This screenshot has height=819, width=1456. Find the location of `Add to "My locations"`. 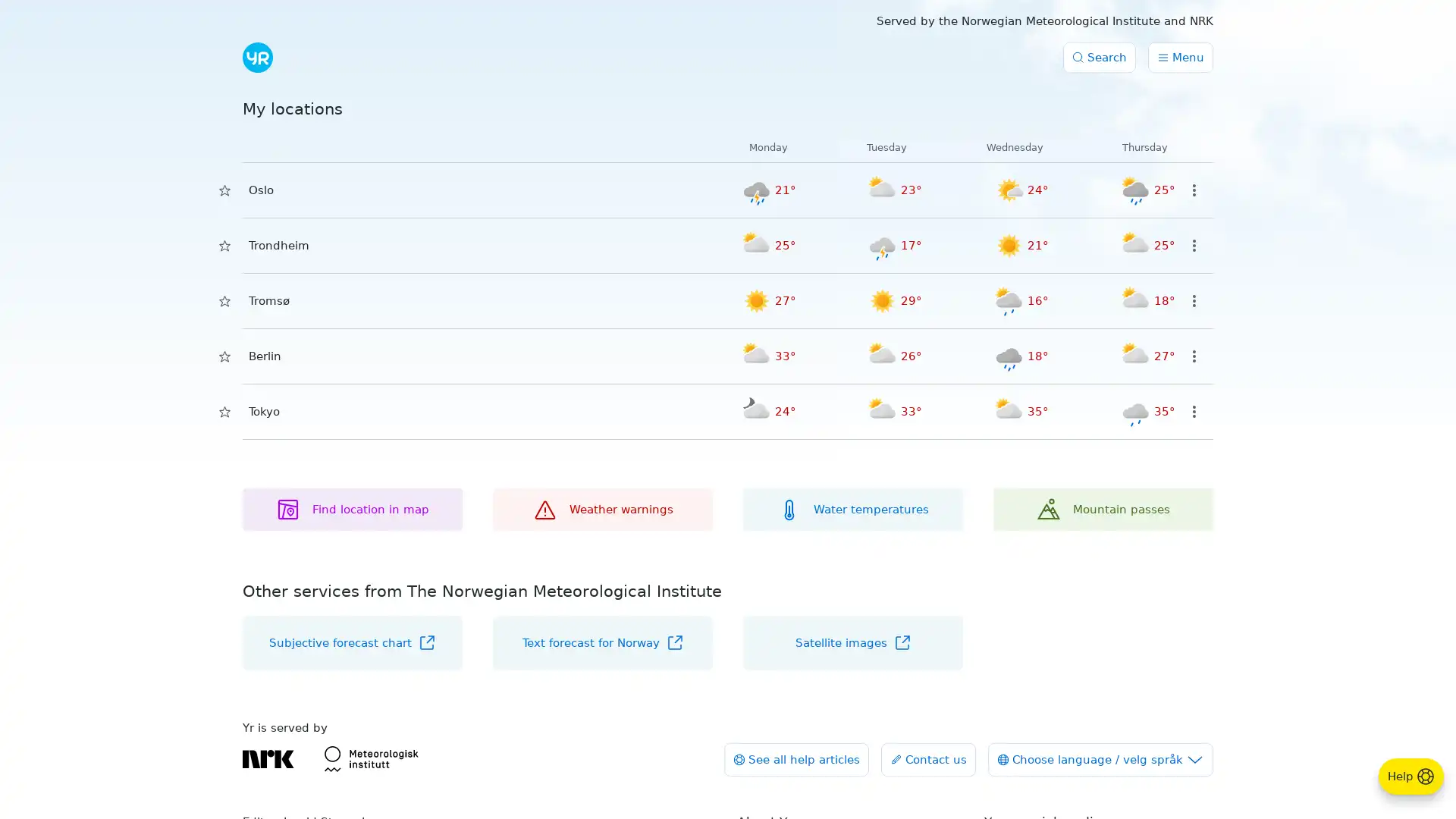

Add to "My locations" is located at coordinates (224, 301).